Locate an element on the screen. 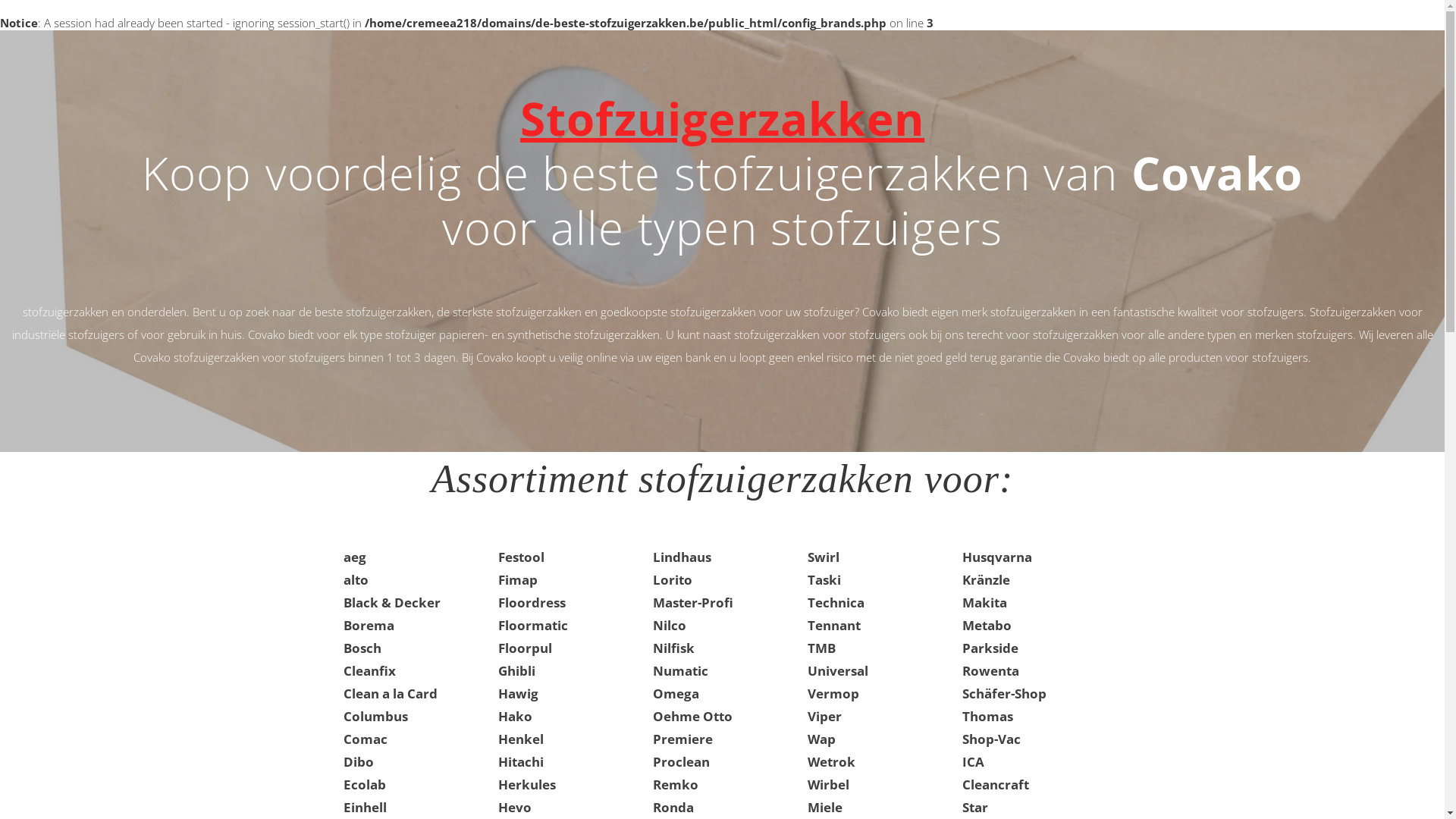 This screenshot has width=1456, height=819. 'aeg' is located at coordinates (353, 557).